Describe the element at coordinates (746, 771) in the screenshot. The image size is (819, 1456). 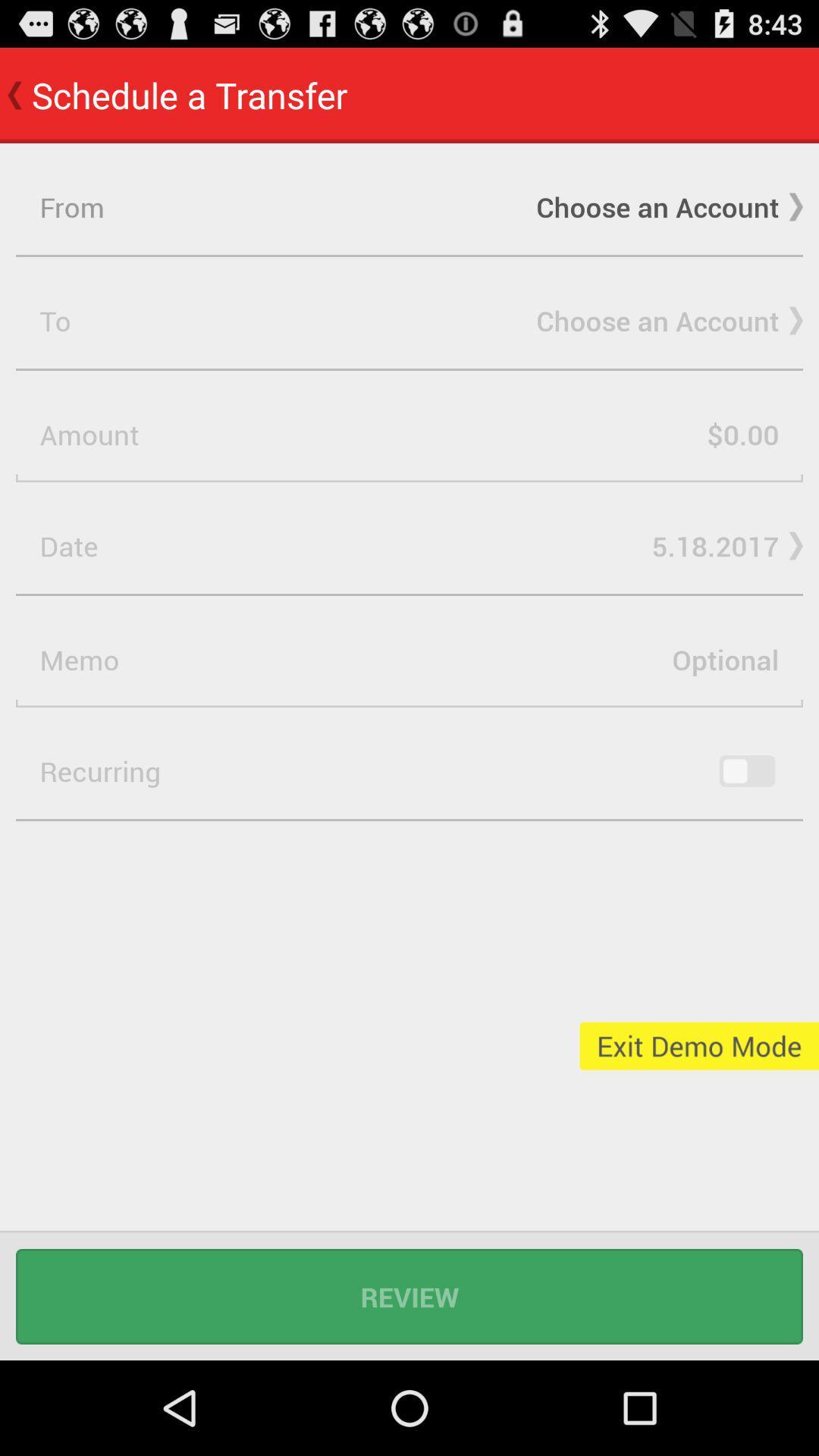
I see `key` at that location.